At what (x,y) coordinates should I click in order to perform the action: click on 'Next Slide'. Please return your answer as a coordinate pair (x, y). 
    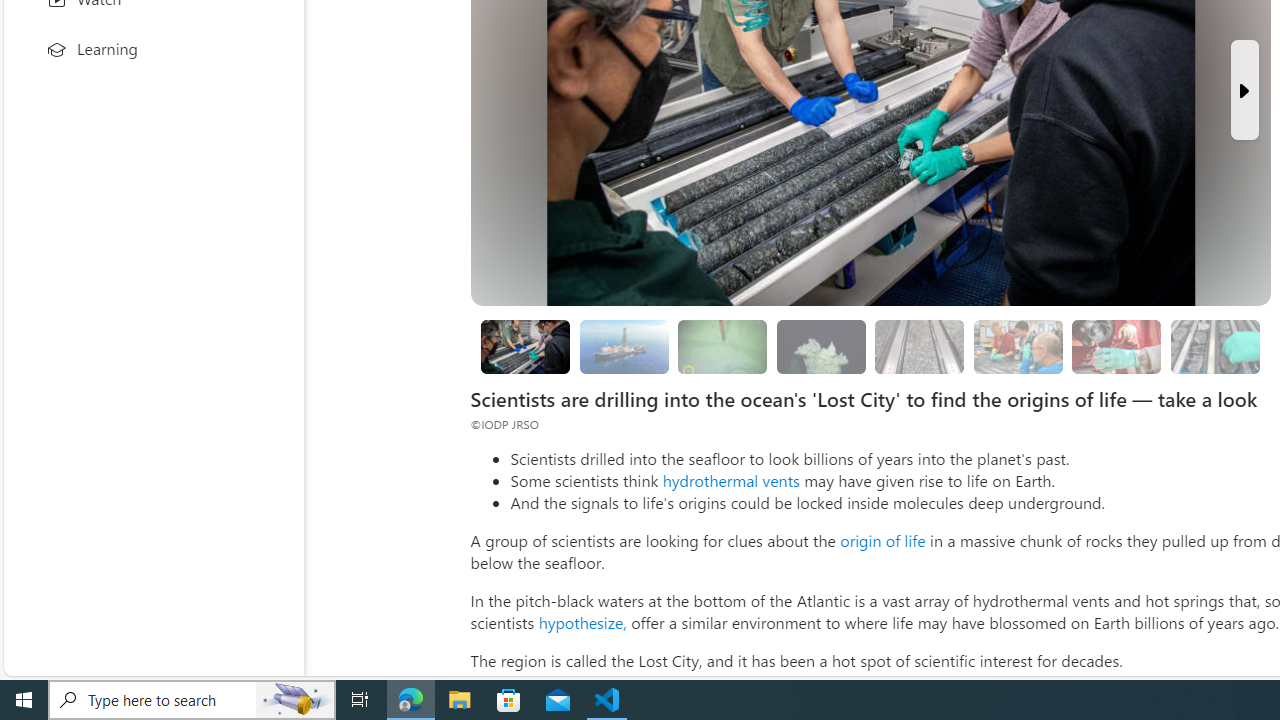
    Looking at the image, I should click on (1243, 90).